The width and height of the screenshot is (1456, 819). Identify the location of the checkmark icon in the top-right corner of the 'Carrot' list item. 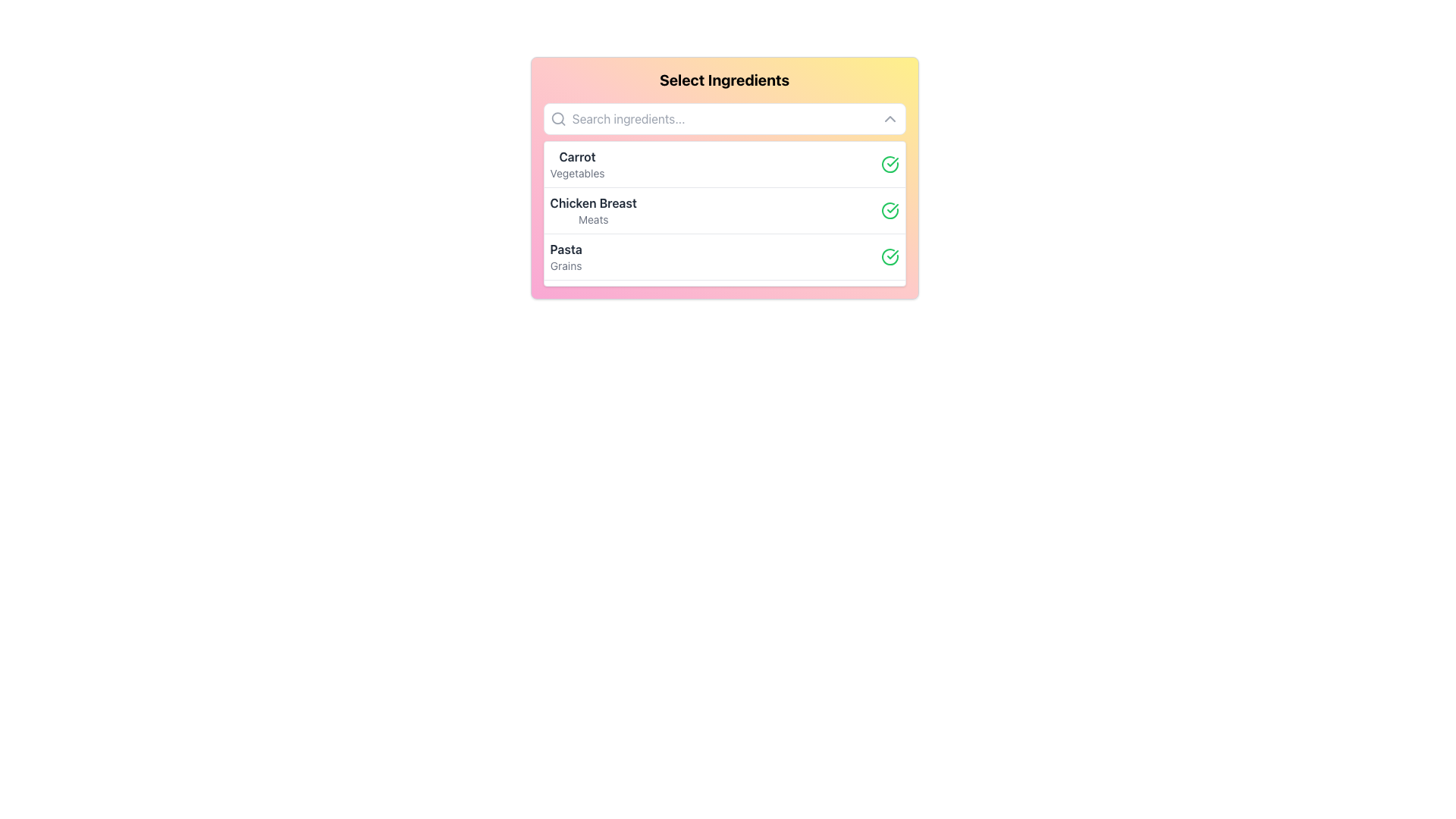
(890, 210).